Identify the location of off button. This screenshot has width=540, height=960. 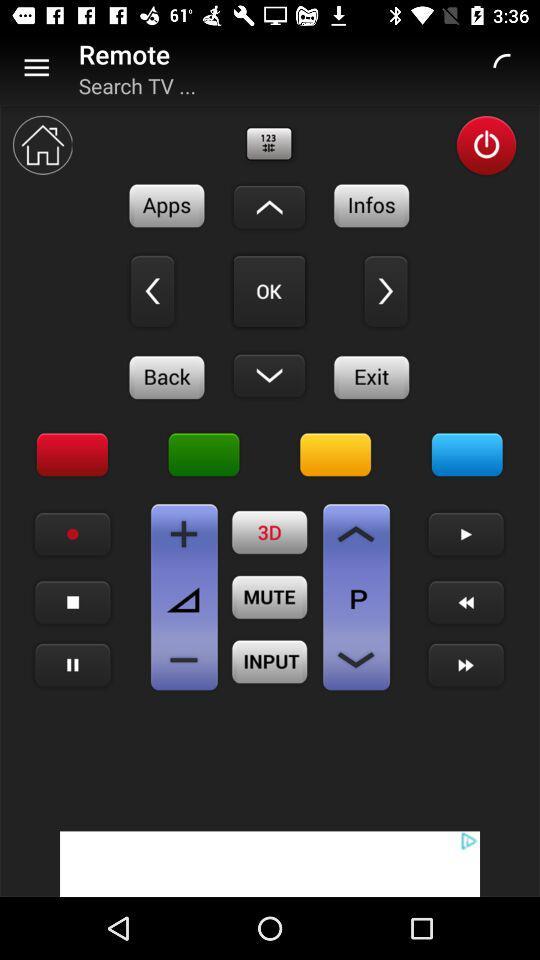
(485, 144).